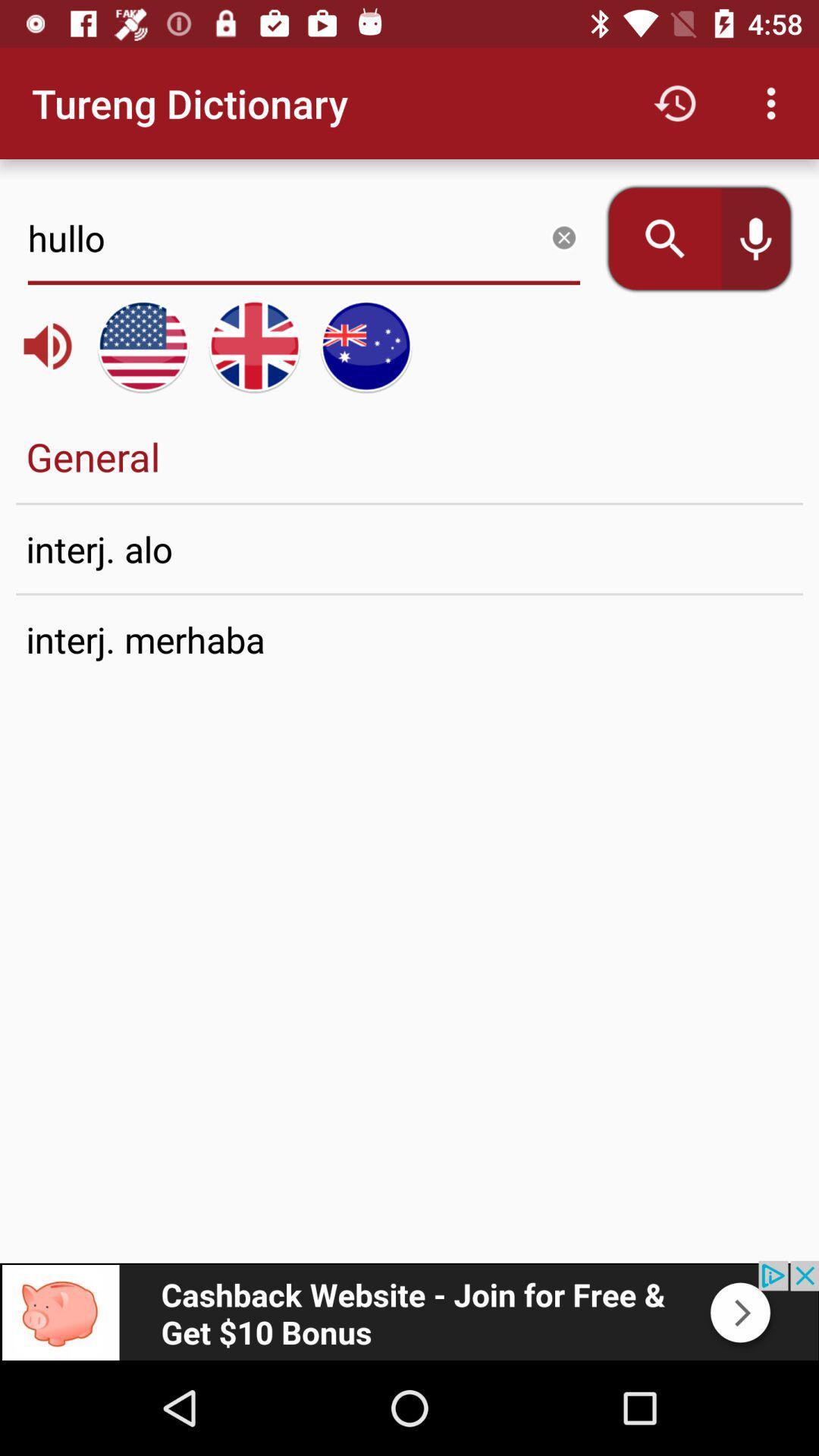 The image size is (819, 1456). Describe the element at coordinates (766, 238) in the screenshot. I see `the microphone icon` at that location.